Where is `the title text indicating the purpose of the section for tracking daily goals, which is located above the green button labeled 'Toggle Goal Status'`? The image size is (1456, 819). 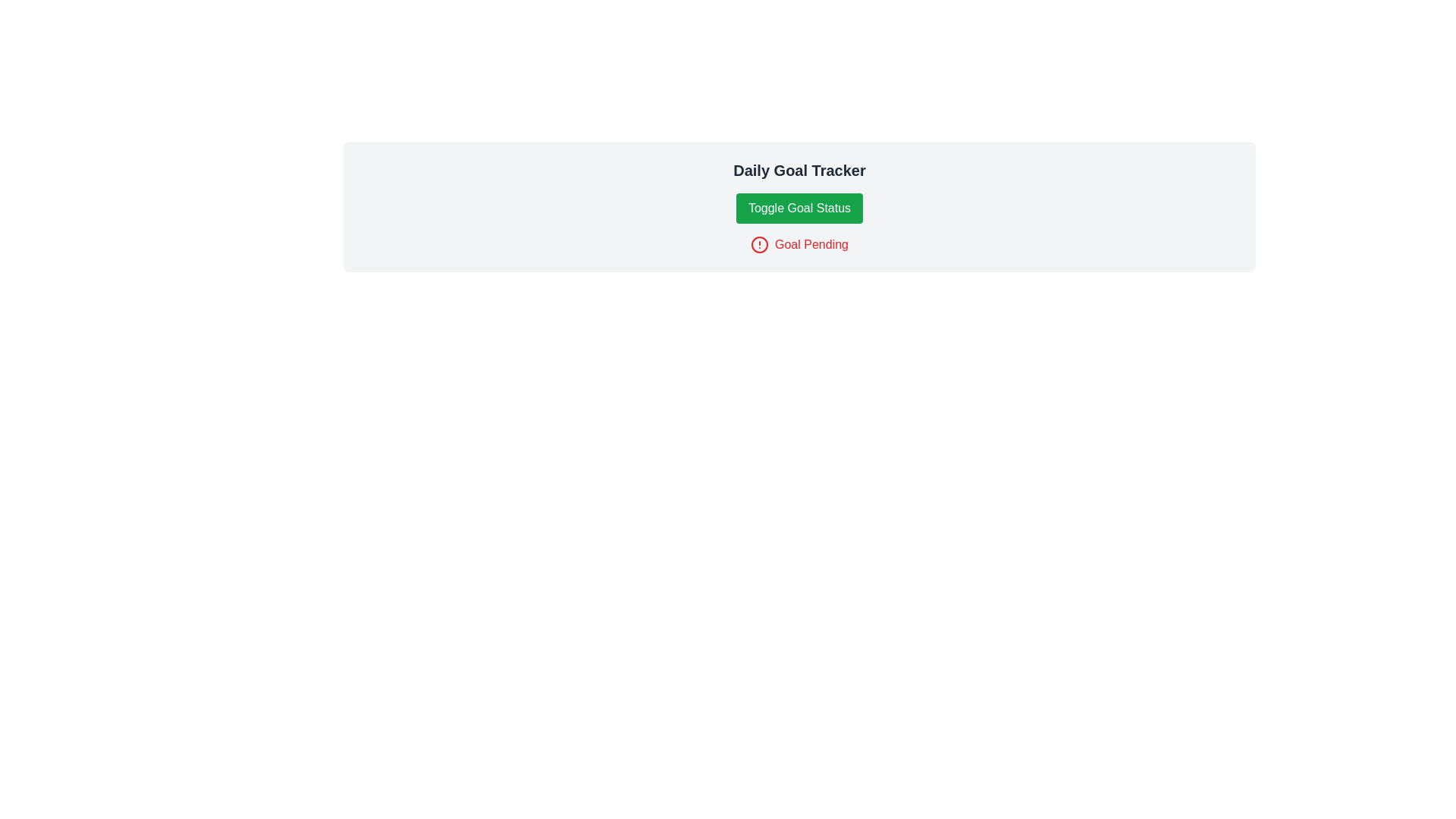 the title text indicating the purpose of the section for tracking daily goals, which is located above the green button labeled 'Toggle Goal Status' is located at coordinates (799, 170).